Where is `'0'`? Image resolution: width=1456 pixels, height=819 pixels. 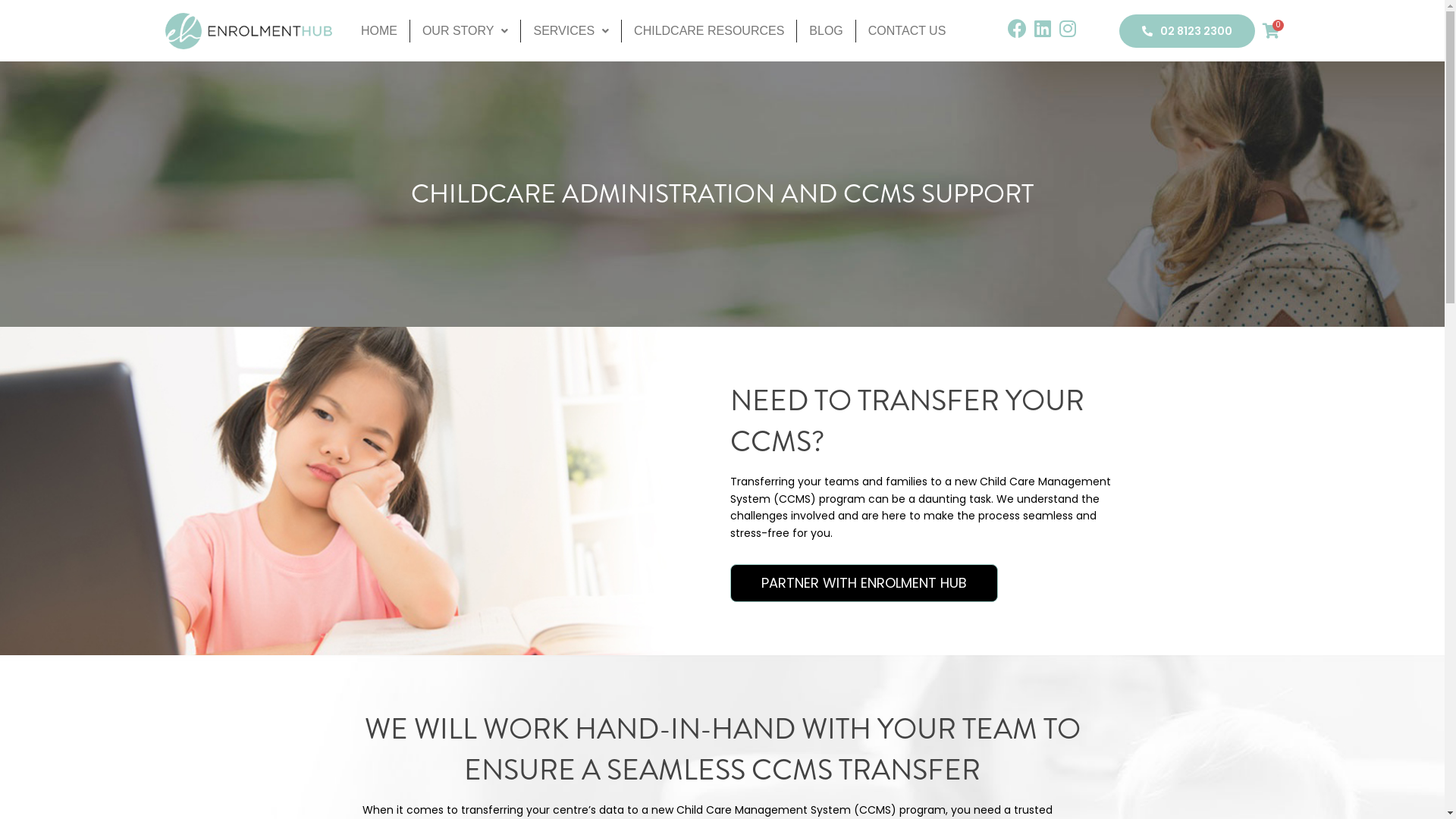
'0' is located at coordinates (1271, 31).